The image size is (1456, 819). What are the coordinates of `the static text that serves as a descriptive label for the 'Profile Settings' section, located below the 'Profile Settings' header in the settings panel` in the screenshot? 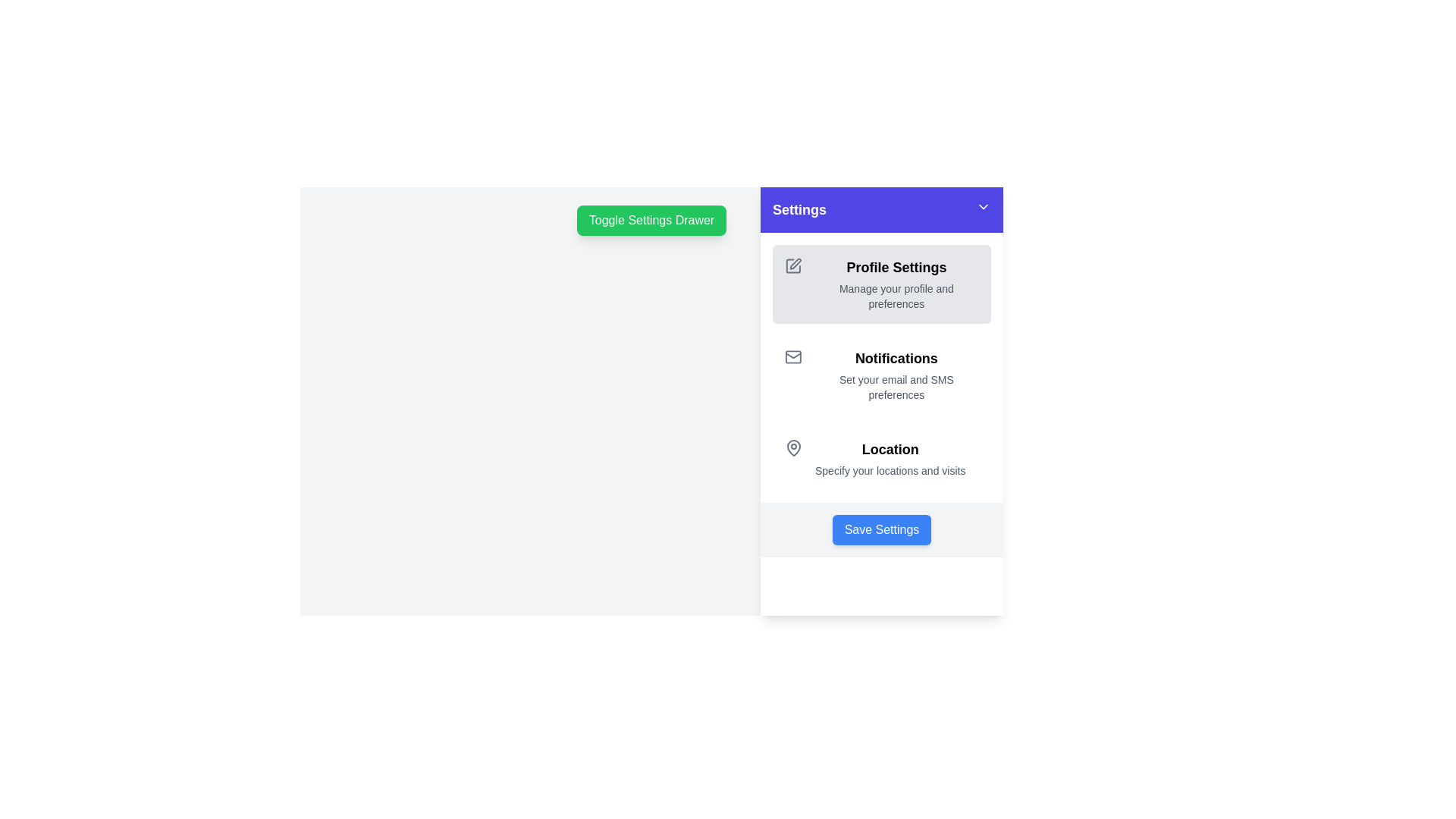 It's located at (896, 296).